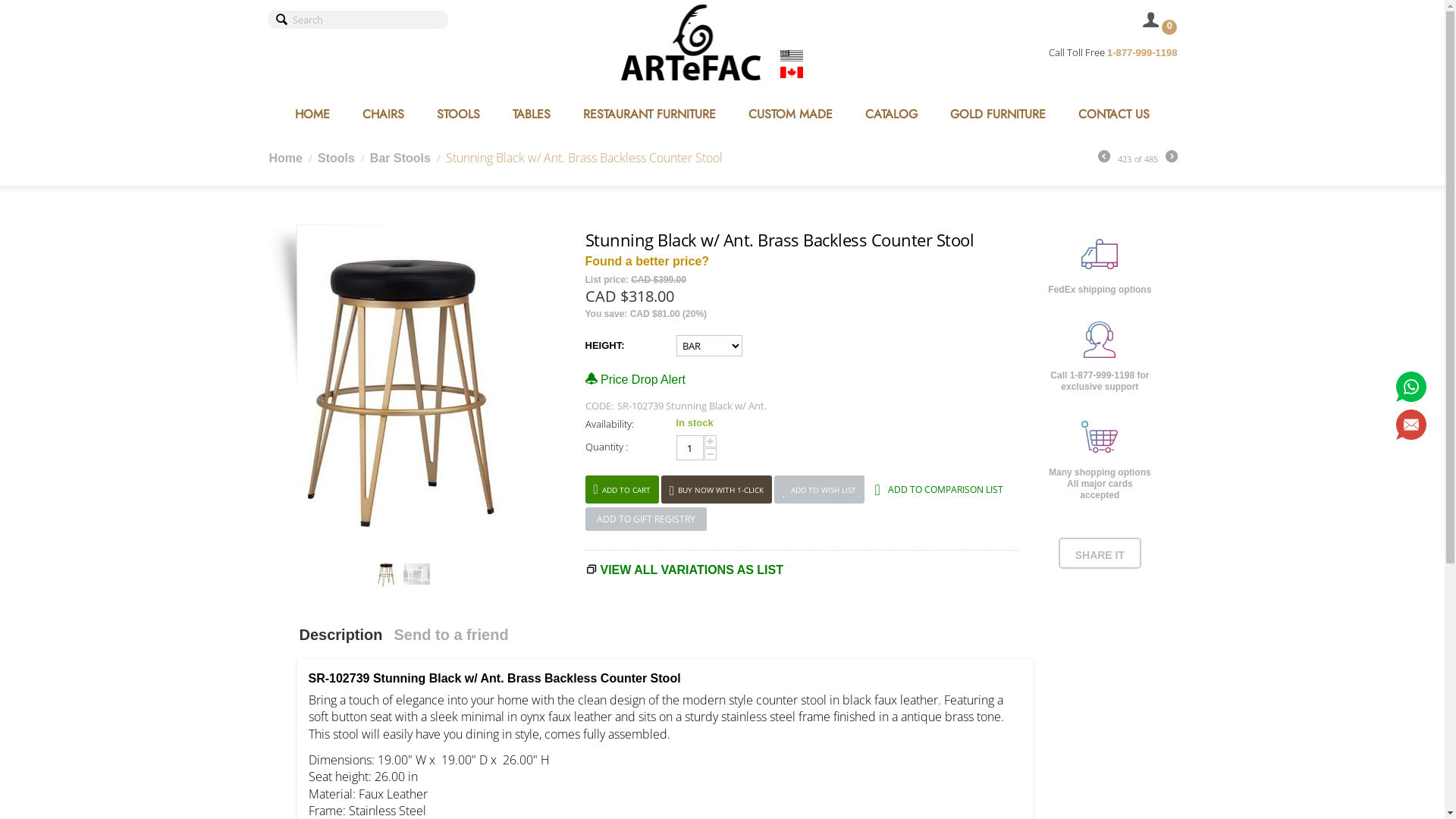 The width and height of the screenshot is (1456, 819). Describe the element at coordinates (344, 642) in the screenshot. I see `'Description'` at that location.